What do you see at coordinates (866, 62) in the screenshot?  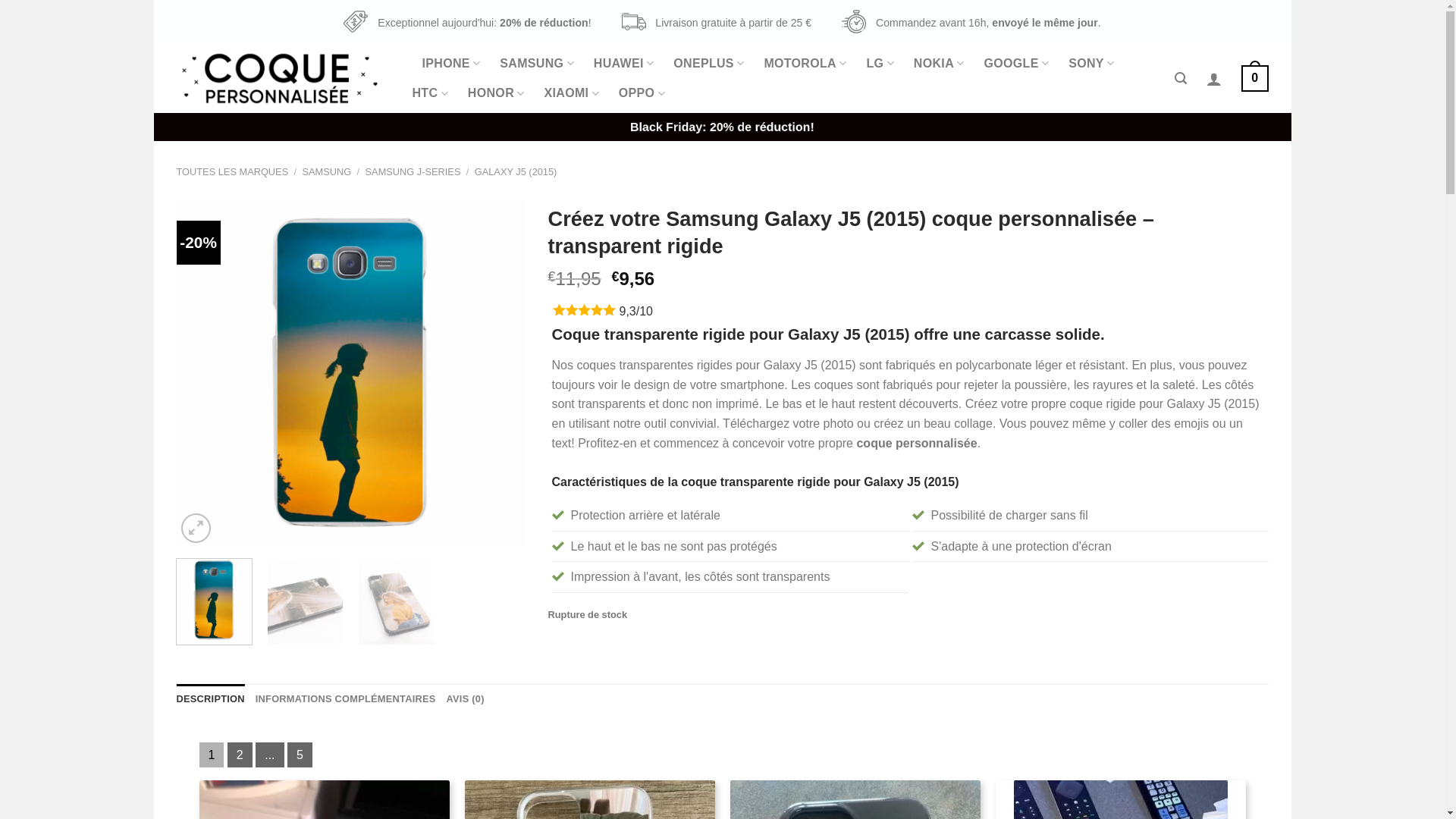 I see `'LG'` at bounding box center [866, 62].